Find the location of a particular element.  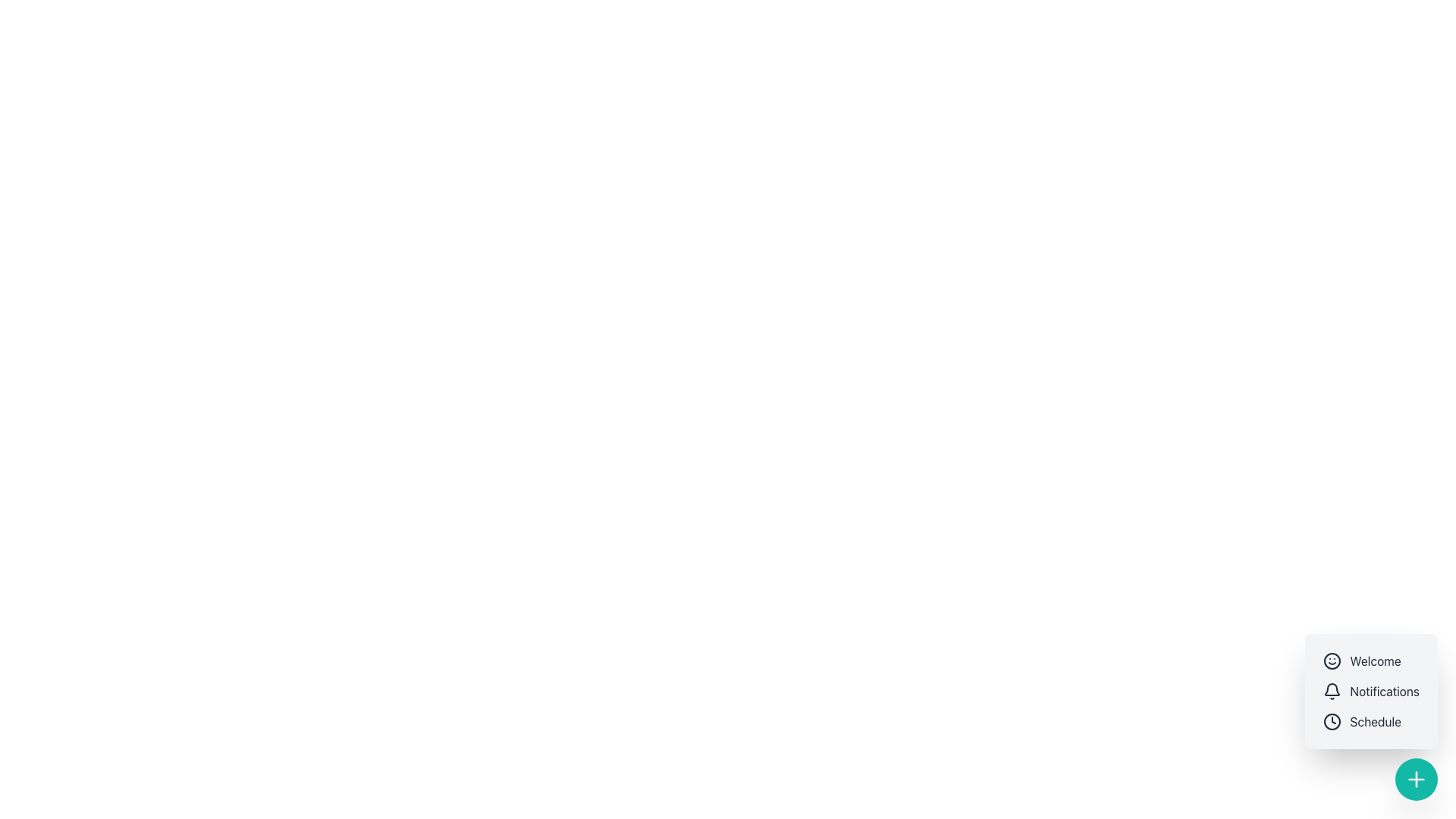

the plus sign icon within the teal circular button located at the bottom-right corner of the interface is located at coordinates (1415, 780).